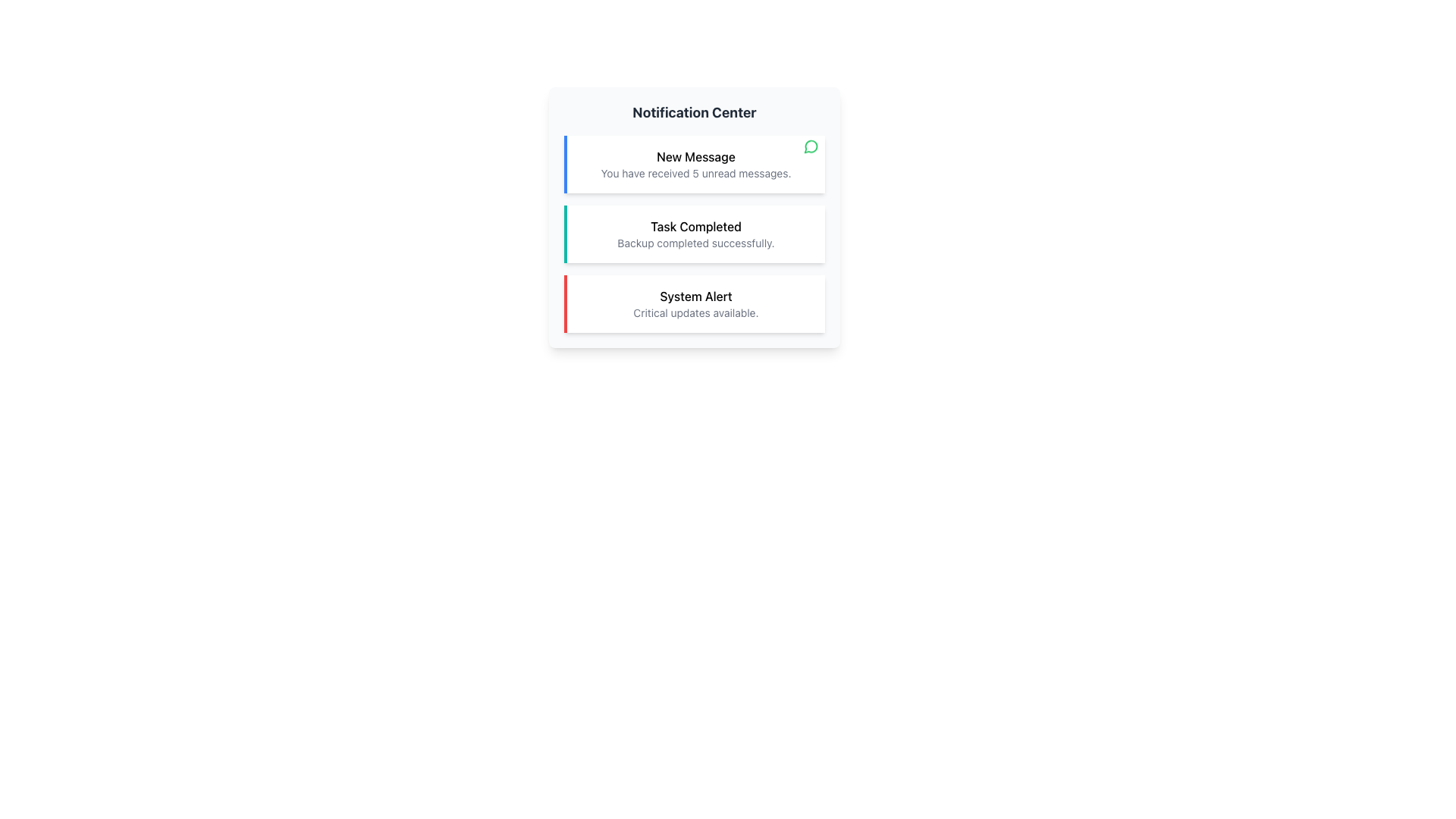 The height and width of the screenshot is (819, 1456). What do you see at coordinates (811, 148) in the screenshot?
I see `the Animated Icon in the upper-right corner of the notification card labeled 'Notification Center', which indicates new messages or notifications` at bounding box center [811, 148].